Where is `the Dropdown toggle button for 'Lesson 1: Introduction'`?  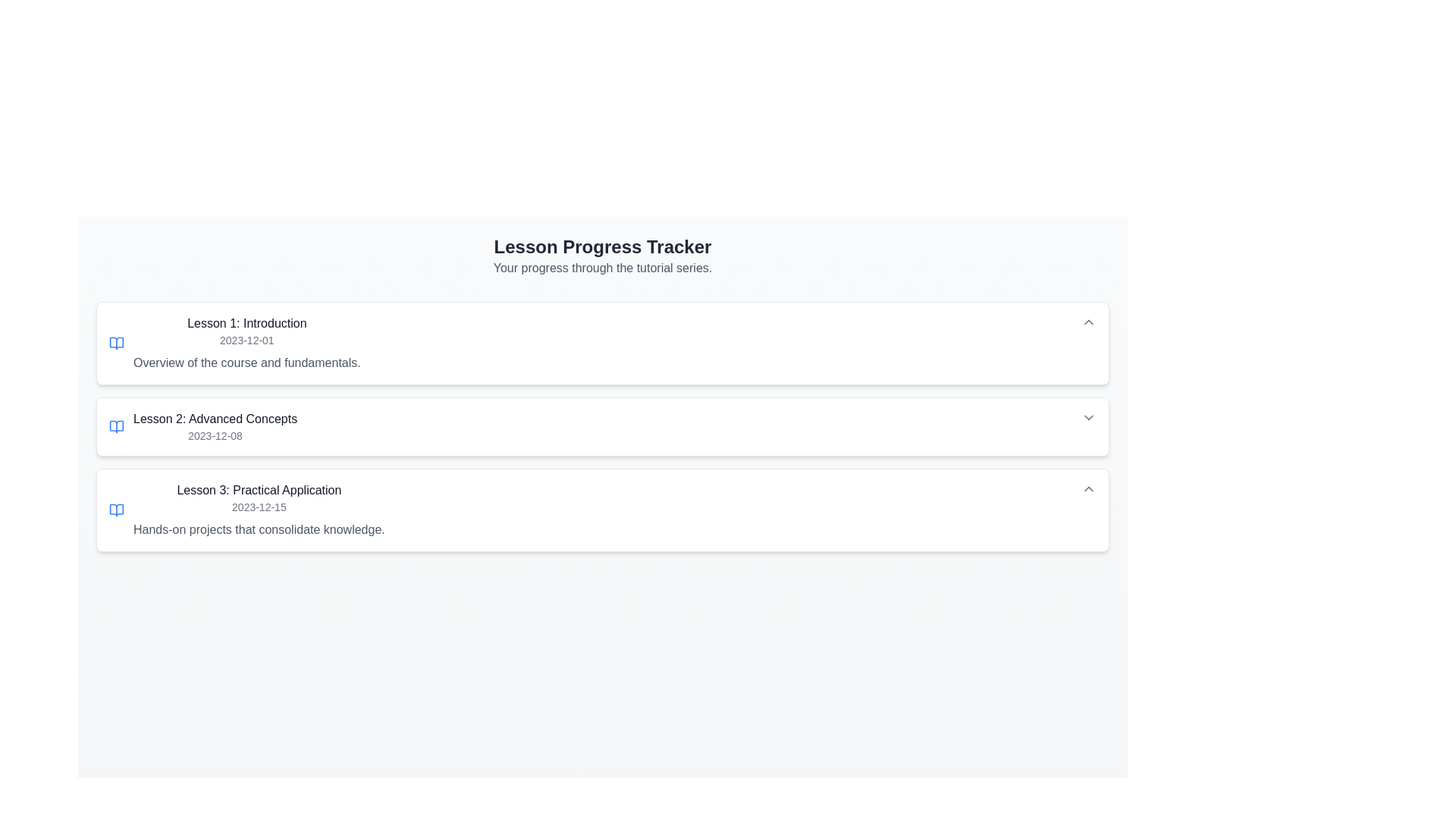
the Dropdown toggle button for 'Lesson 1: Introduction' is located at coordinates (1087, 321).